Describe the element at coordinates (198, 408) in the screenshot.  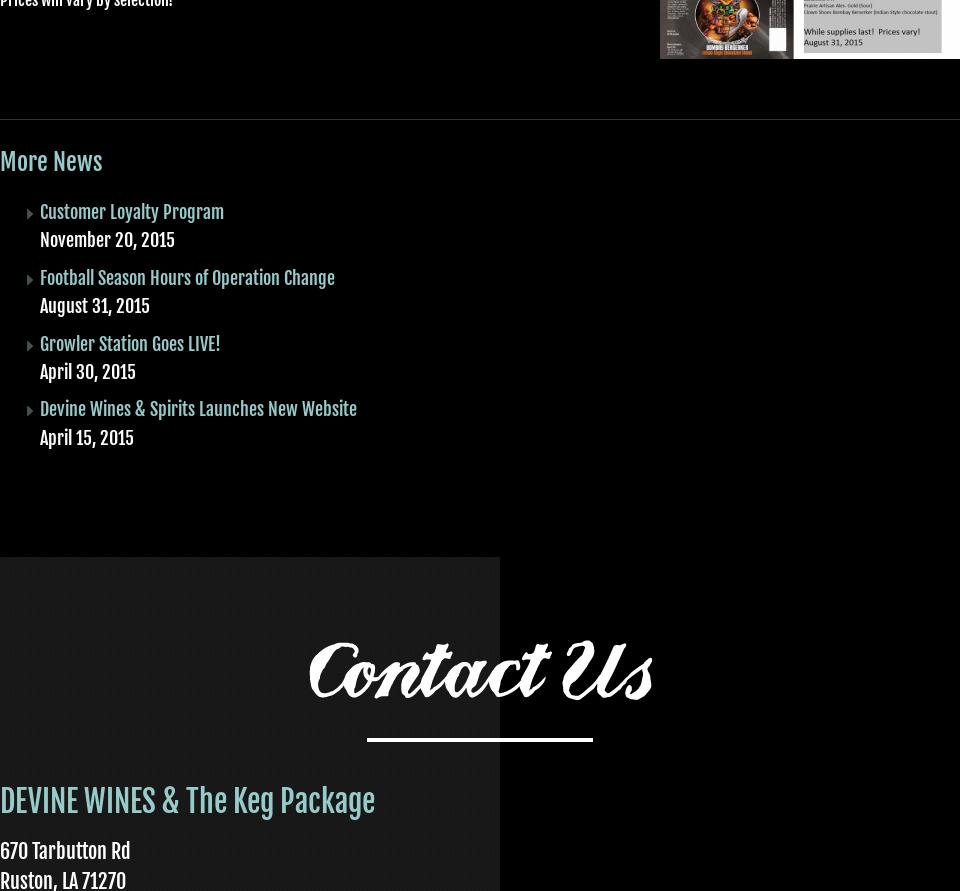
I see `'Devine Wines & Spirits Launches New Website'` at that location.